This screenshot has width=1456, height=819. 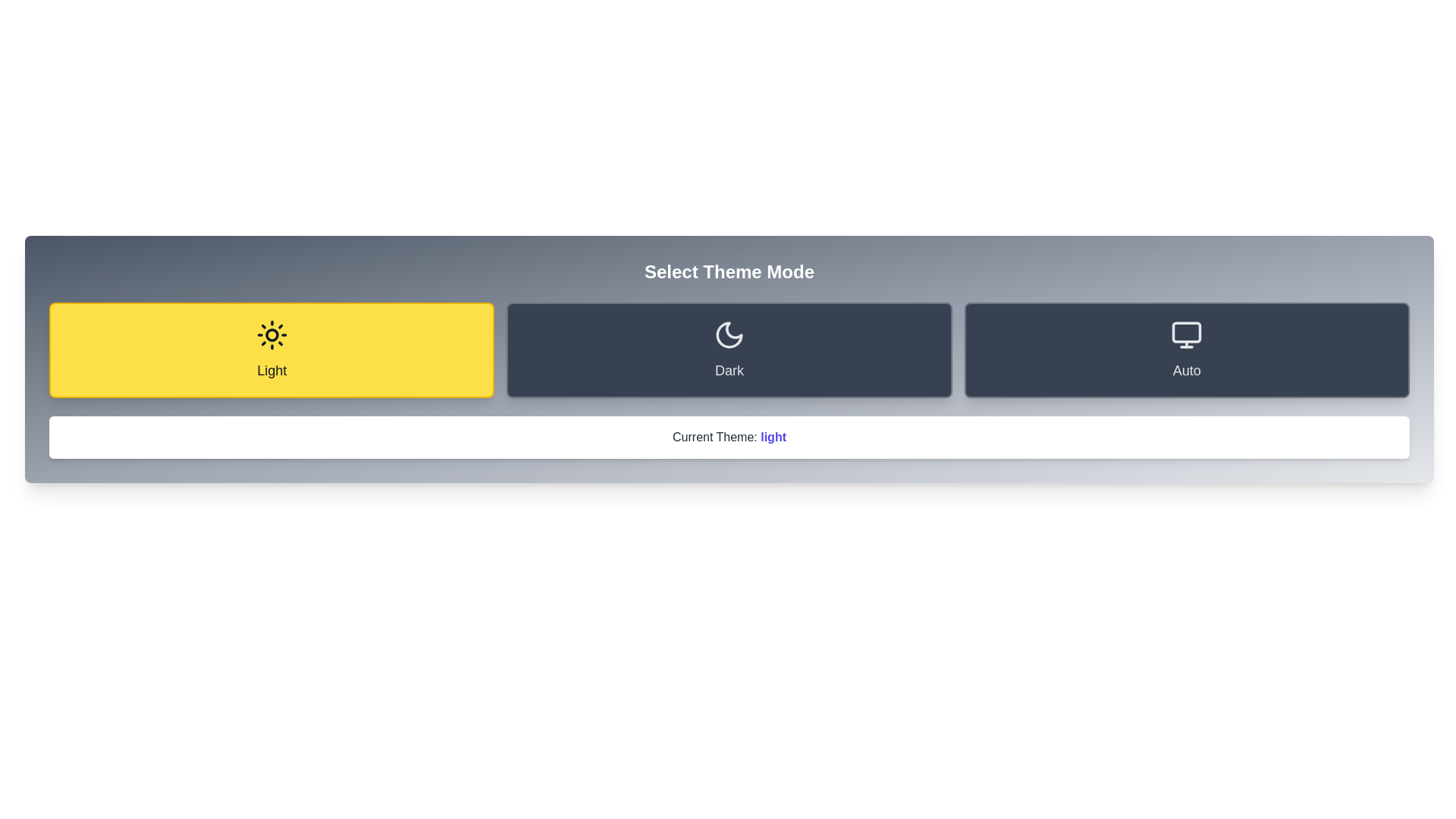 I want to click on the middle button with a dark gray background and a crescent moon icon above the word 'Dark' to switch to dark mode, so click(x=729, y=350).